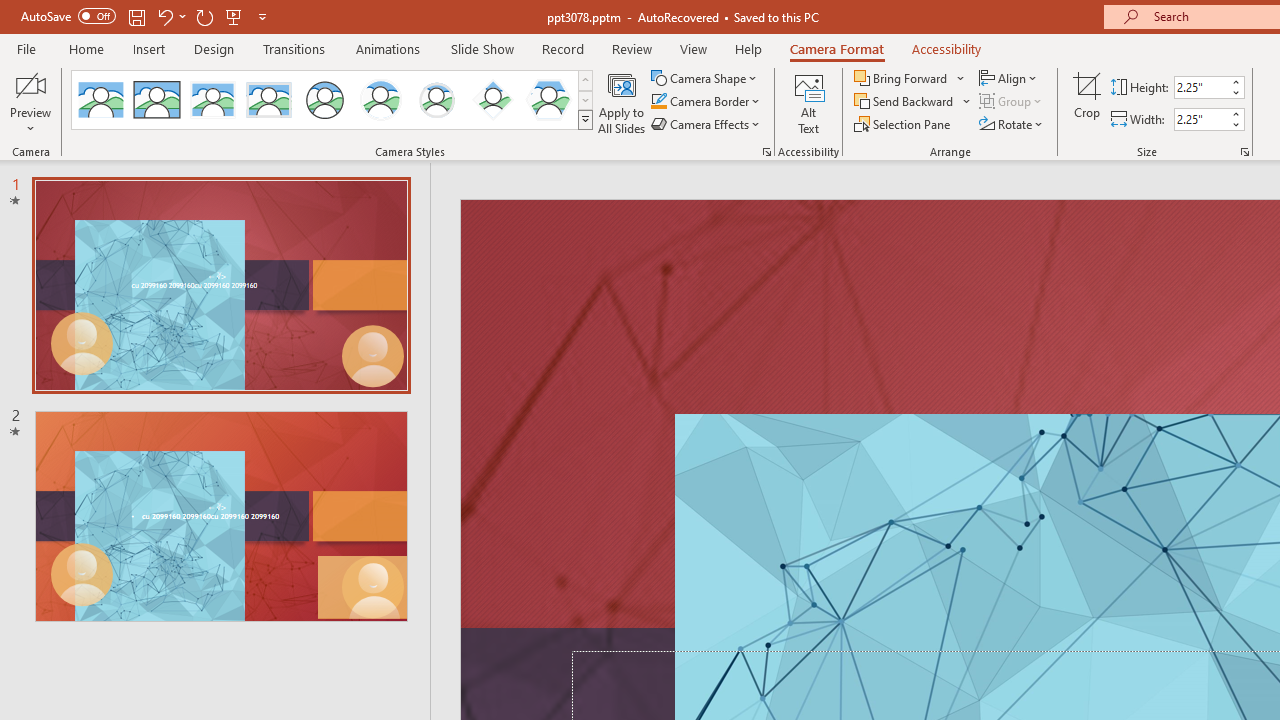 The image size is (1280, 720). I want to click on 'Soft Edge Rectangle', so click(267, 100).